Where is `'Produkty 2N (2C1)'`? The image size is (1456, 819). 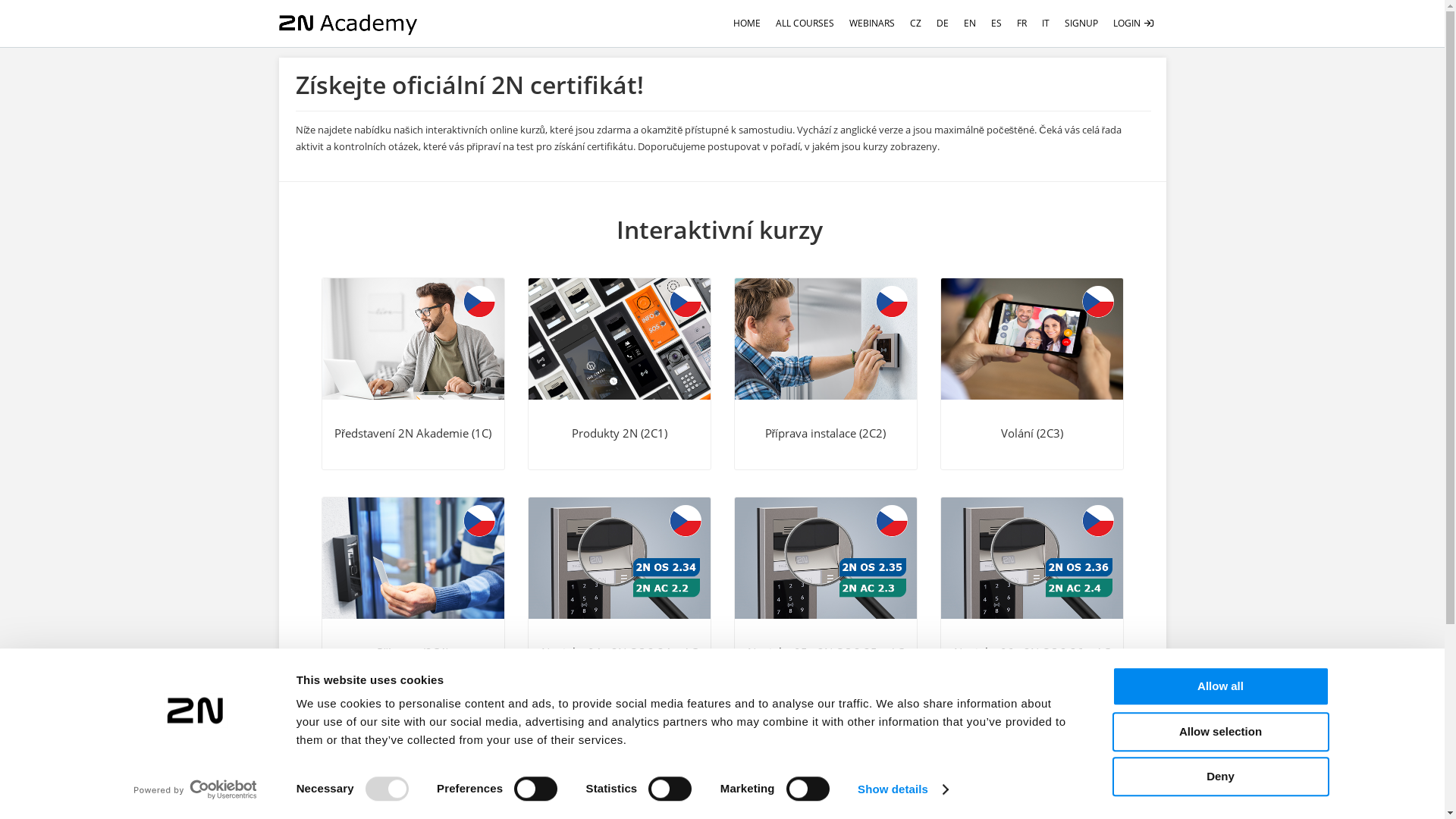
'Produkty 2N (2C1)' is located at coordinates (528, 338).